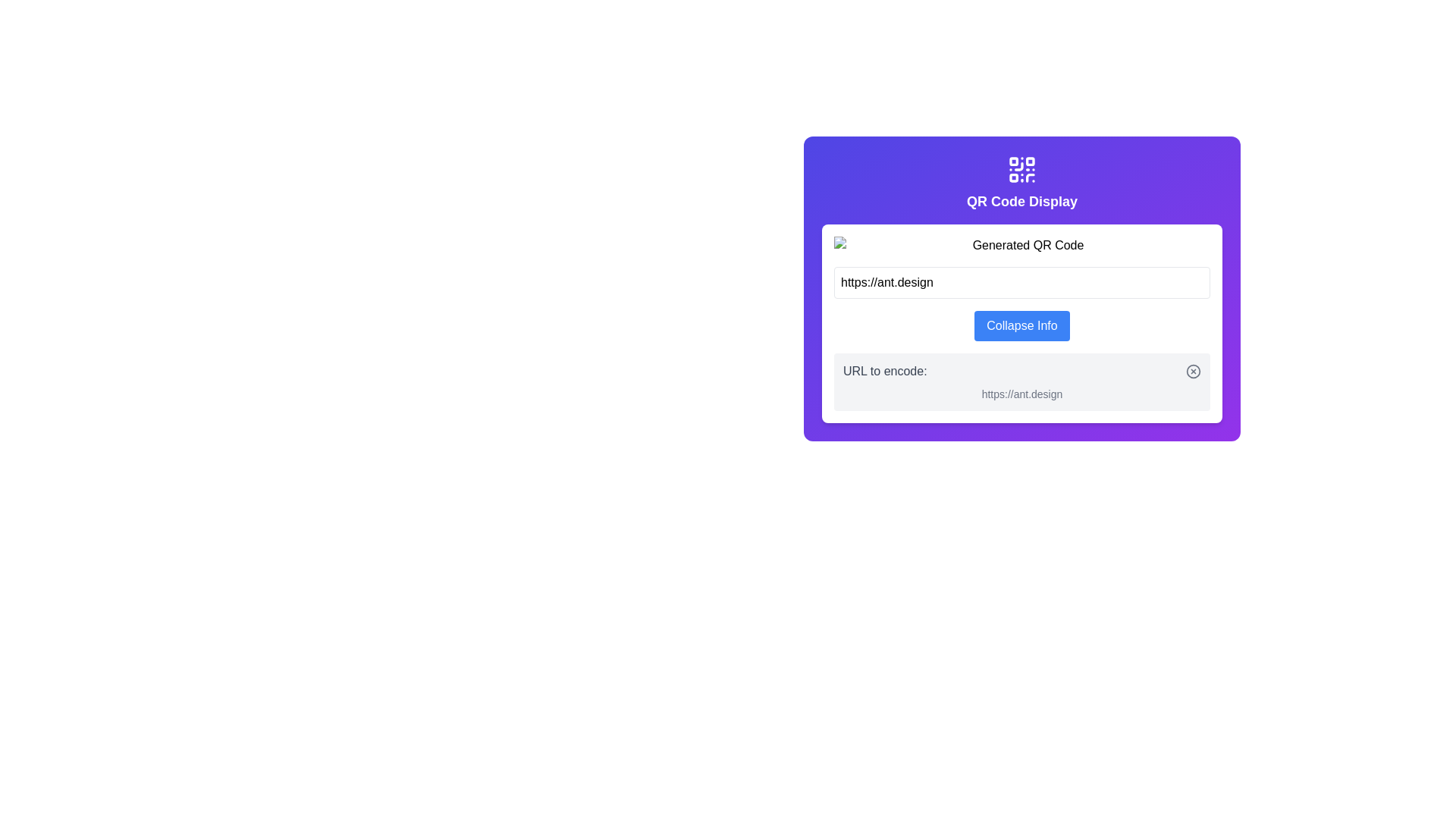  Describe the element at coordinates (1022, 201) in the screenshot. I see `the text label that indicates the functionality of the card related` at that location.